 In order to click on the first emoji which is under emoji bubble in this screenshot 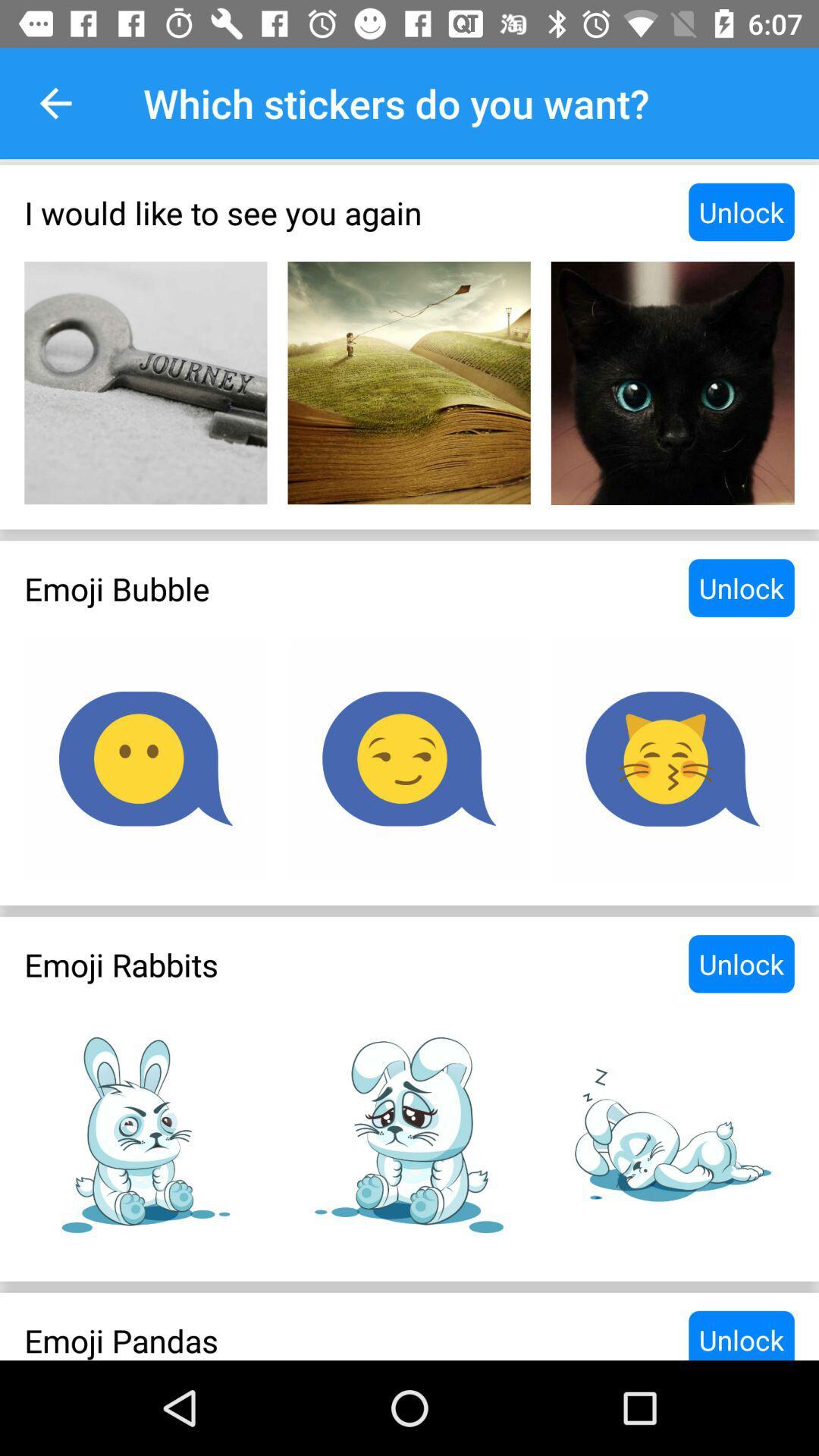, I will do `click(146, 759)`.